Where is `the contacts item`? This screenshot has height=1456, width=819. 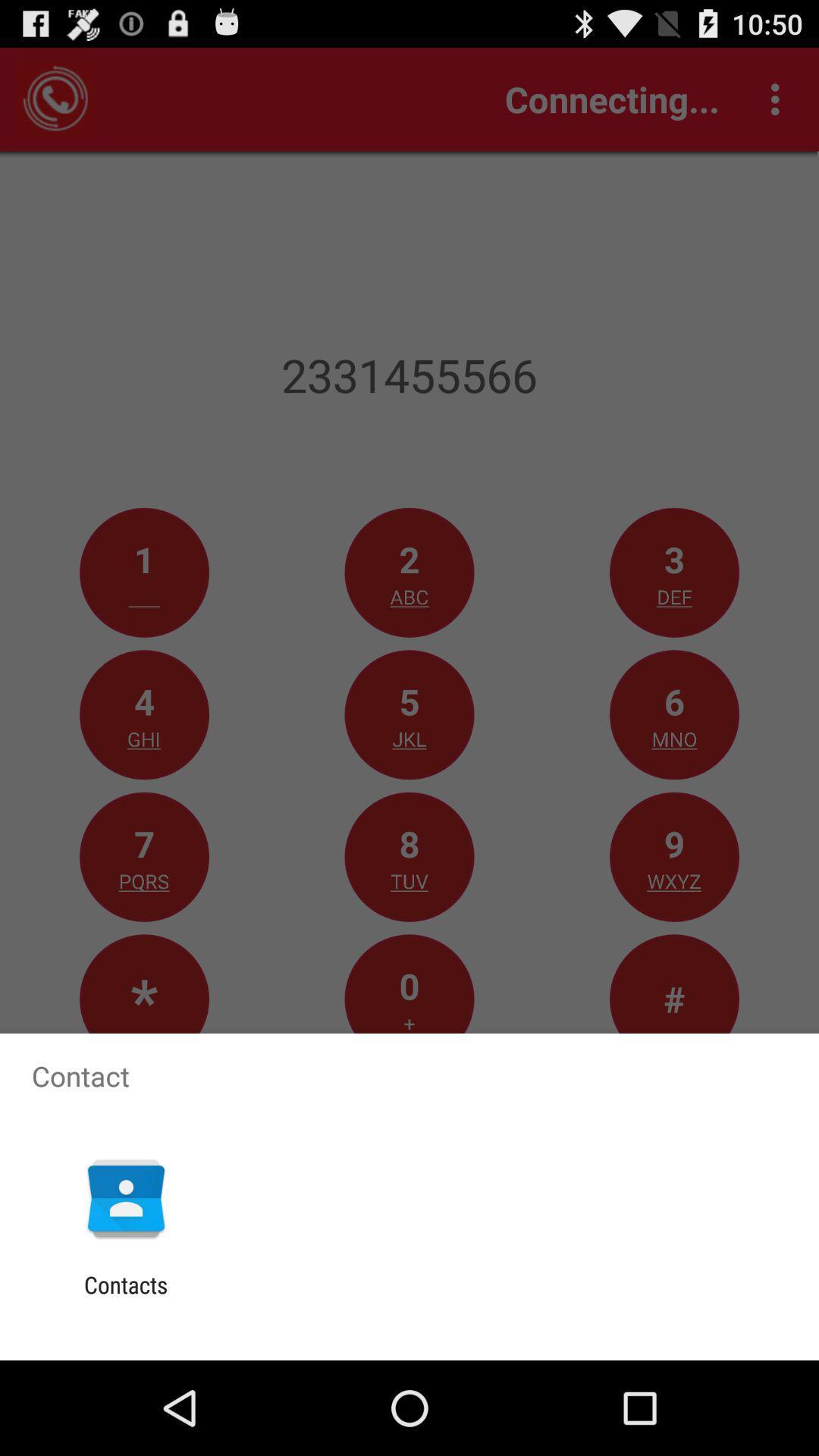
the contacts item is located at coordinates (125, 1298).